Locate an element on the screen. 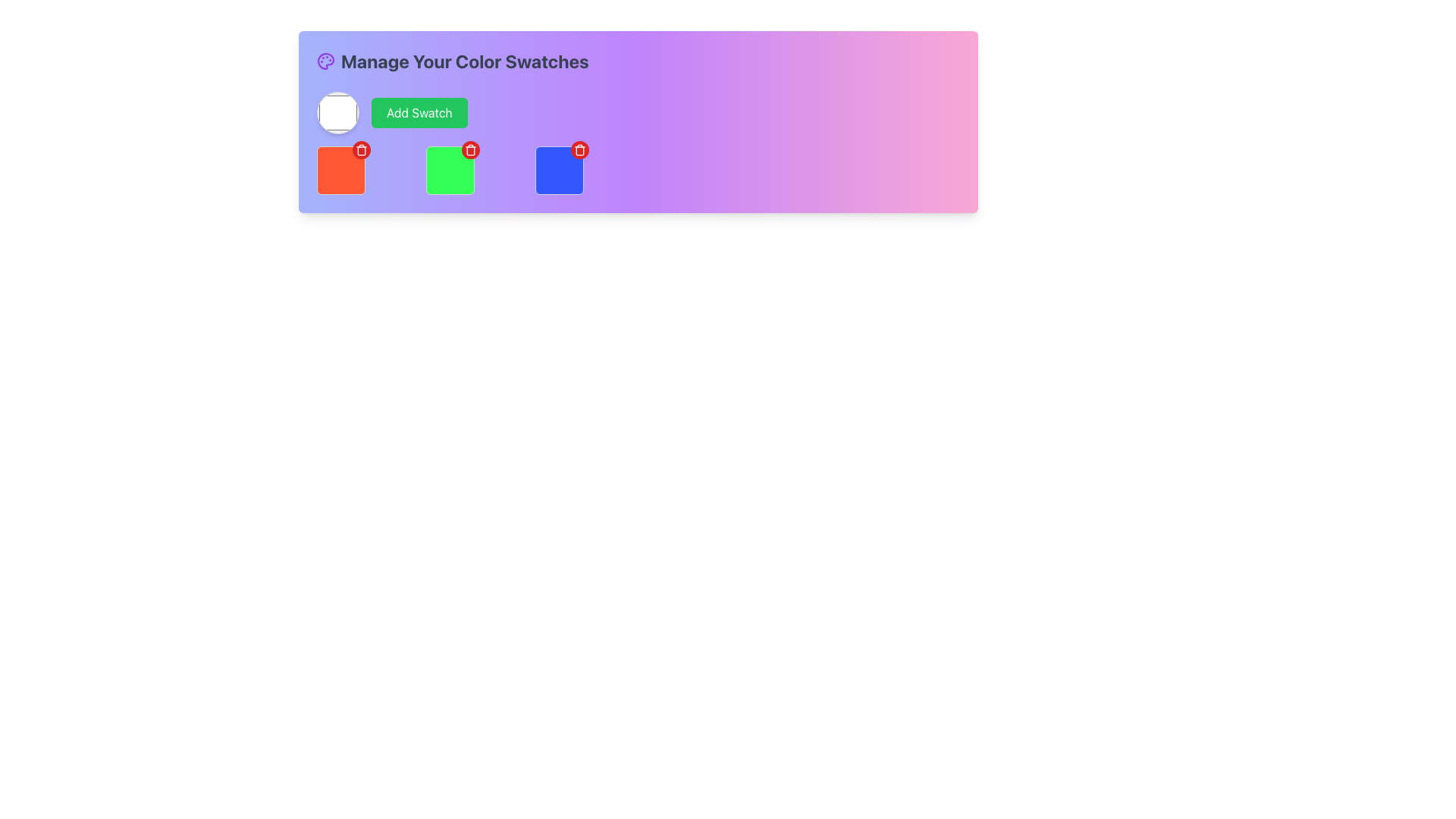 The width and height of the screenshot is (1456, 819). the red circular delete button with a trash icon located at the top-right corner of the red color swatch is located at coordinates (360, 149).